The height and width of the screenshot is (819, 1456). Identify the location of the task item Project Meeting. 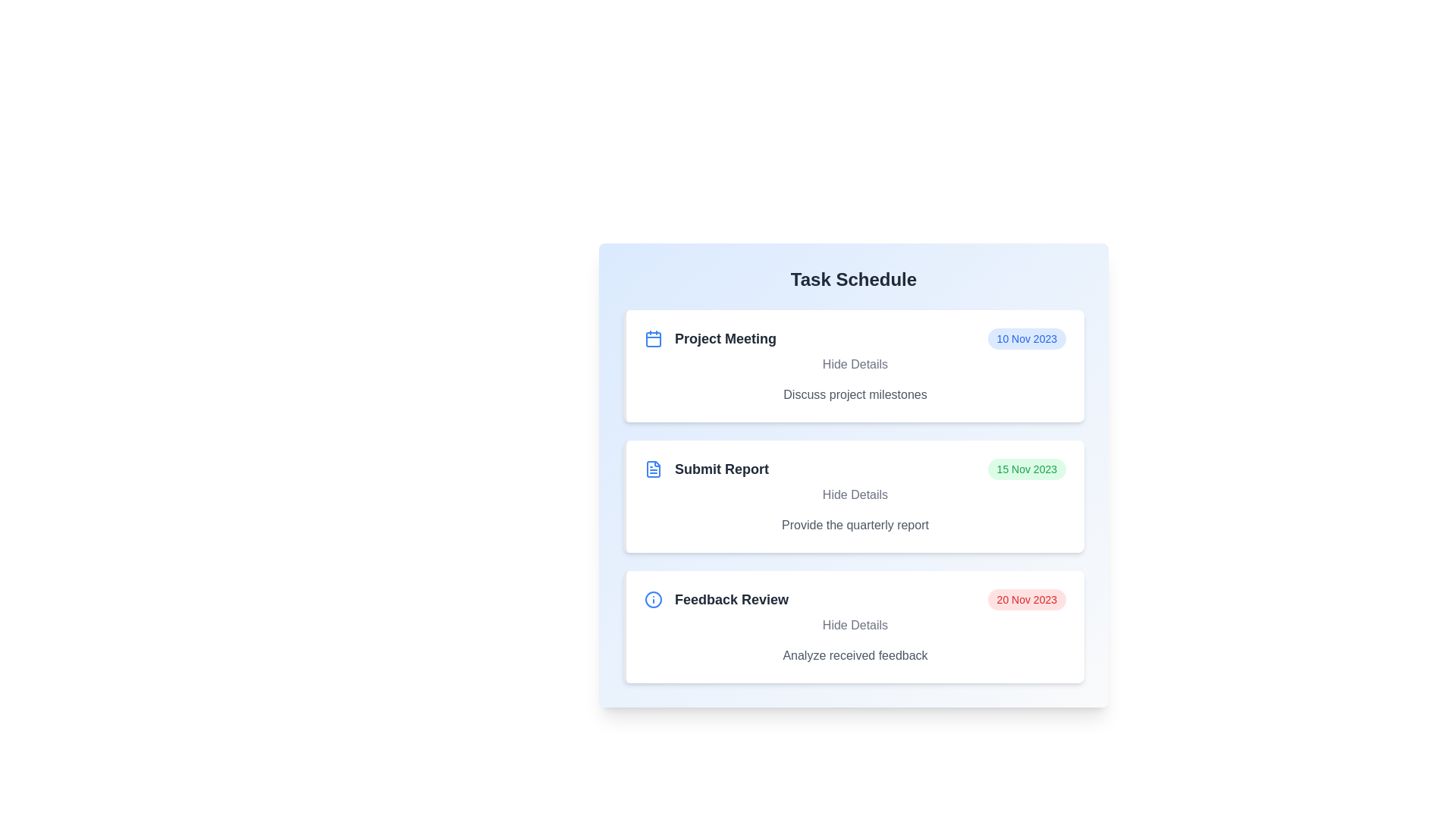
(854, 366).